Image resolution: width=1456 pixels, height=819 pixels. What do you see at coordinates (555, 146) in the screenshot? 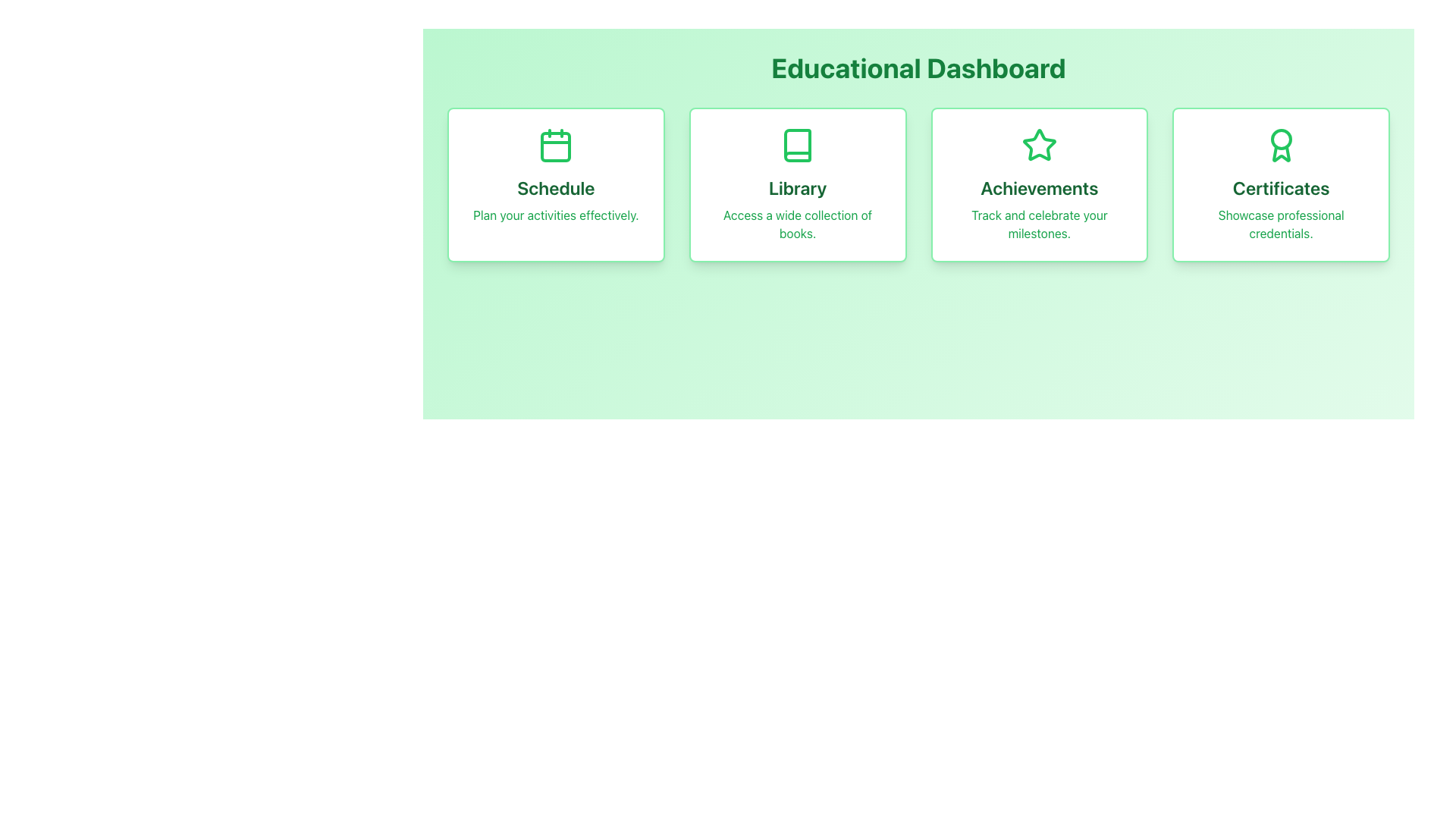
I see `the calendar icon with a green frame located at the top-middle position of the 'Schedule' card block` at bounding box center [555, 146].